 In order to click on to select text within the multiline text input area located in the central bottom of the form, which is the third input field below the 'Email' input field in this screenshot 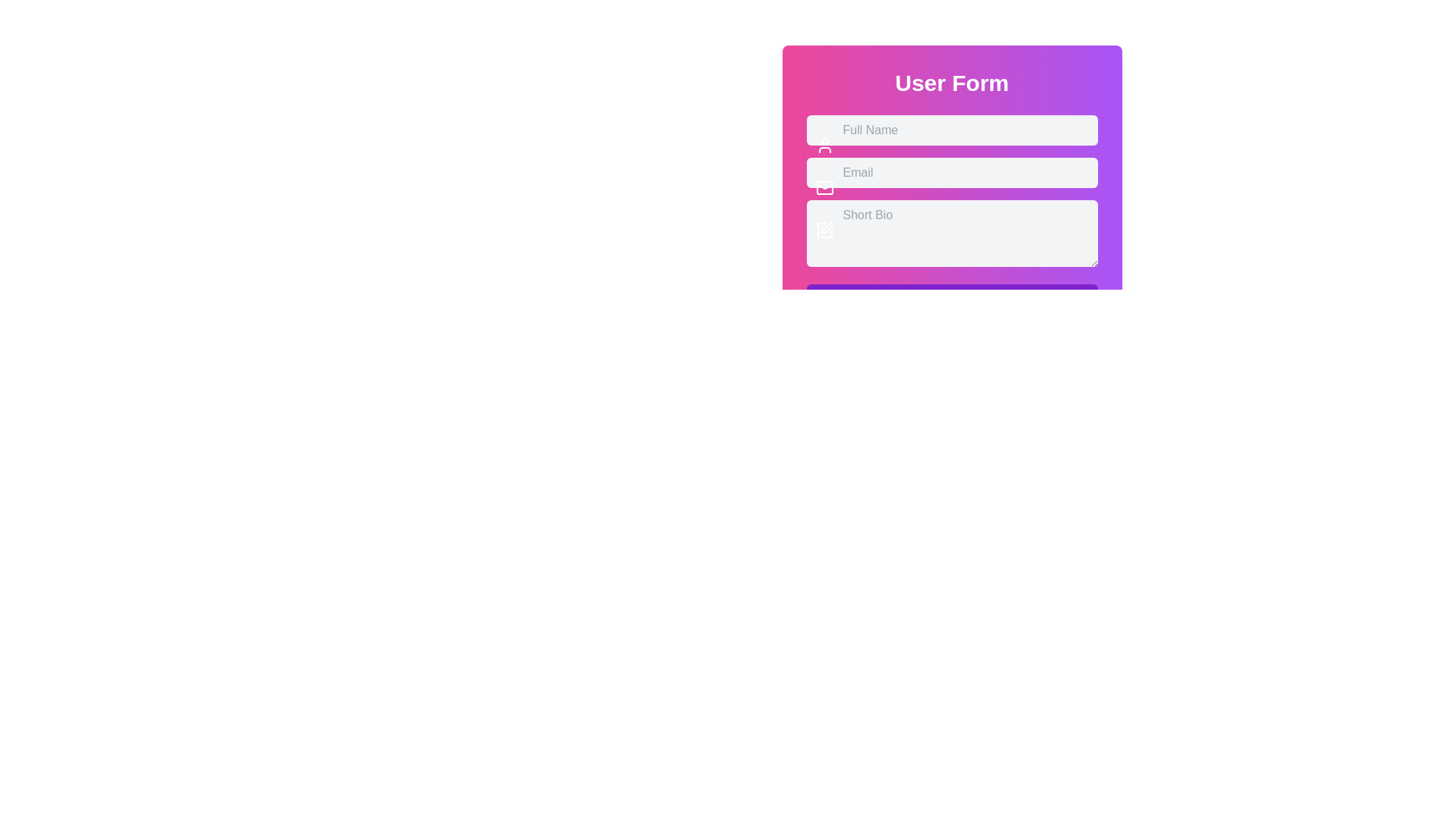, I will do `click(951, 218)`.